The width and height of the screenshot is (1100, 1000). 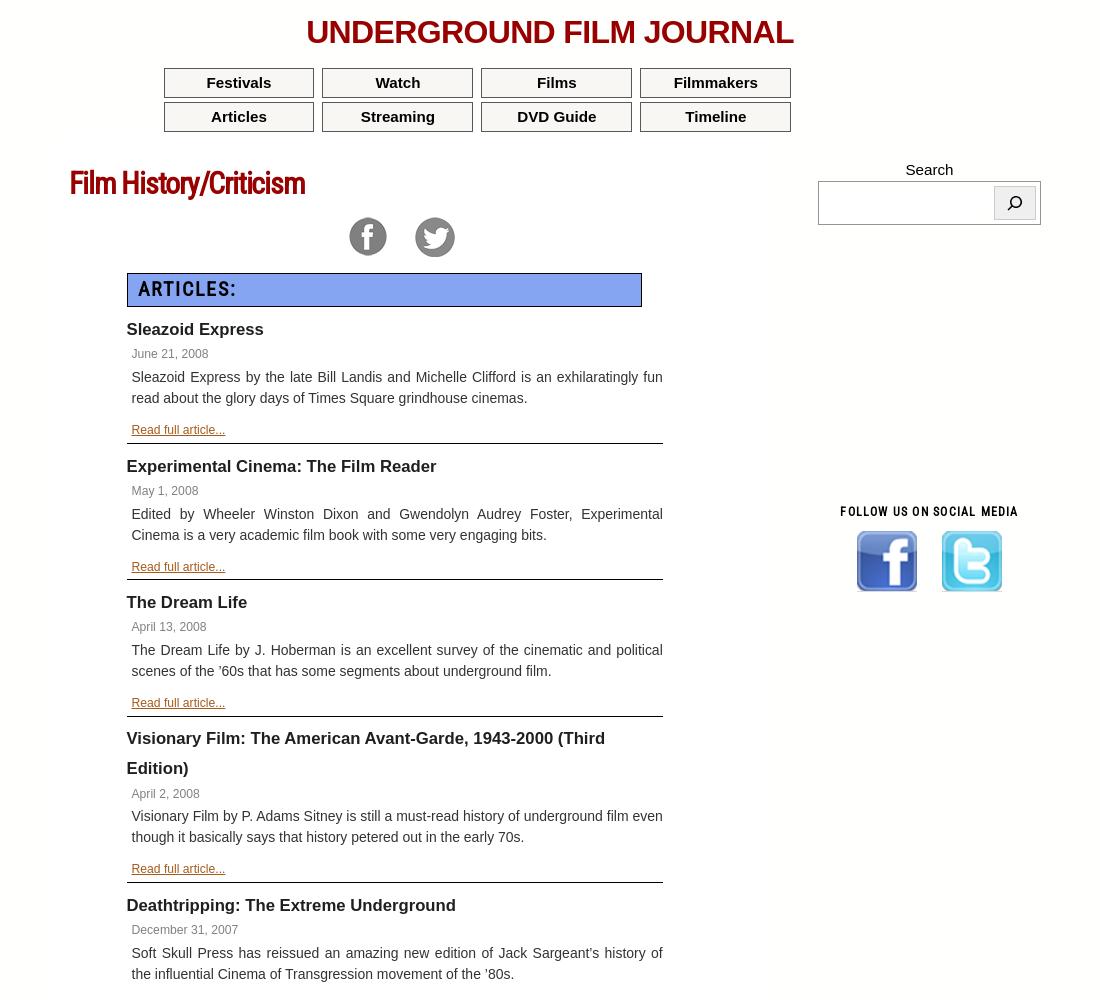 What do you see at coordinates (168, 353) in the screenshot?
I see `'June 21, 2008'` at bounding box center [168, 353].